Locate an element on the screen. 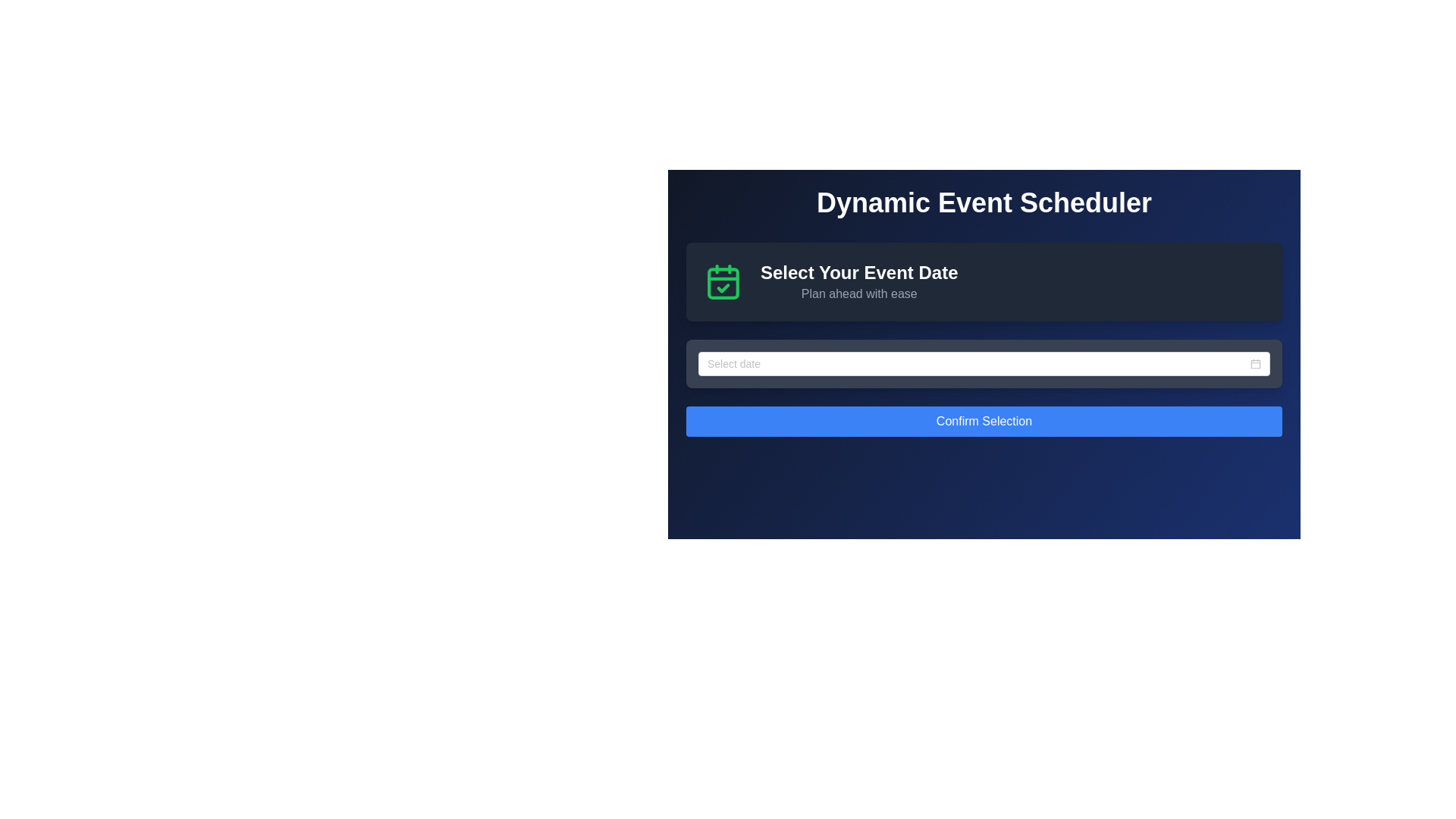 The height and width of the screenshot is (819, 1456). the dark blue rounded square component within the calendar icon, located in the top left section adjacent to the headline 'Select Your Event Date' is located at coordinates (723, 284).